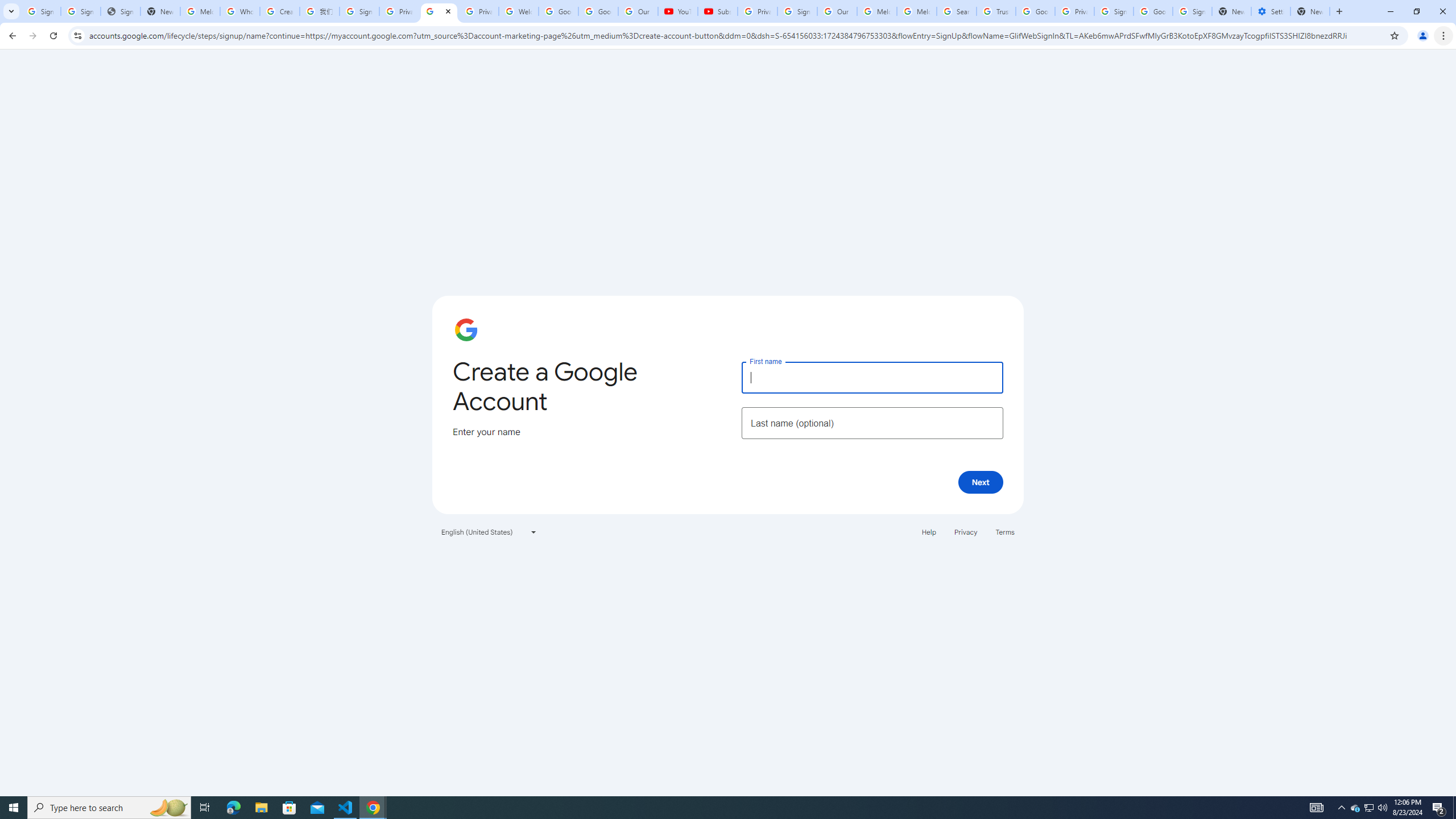 The height and width of the screenshot is (819, 1456). I want to click on 'Terms', so click(1004, 531).